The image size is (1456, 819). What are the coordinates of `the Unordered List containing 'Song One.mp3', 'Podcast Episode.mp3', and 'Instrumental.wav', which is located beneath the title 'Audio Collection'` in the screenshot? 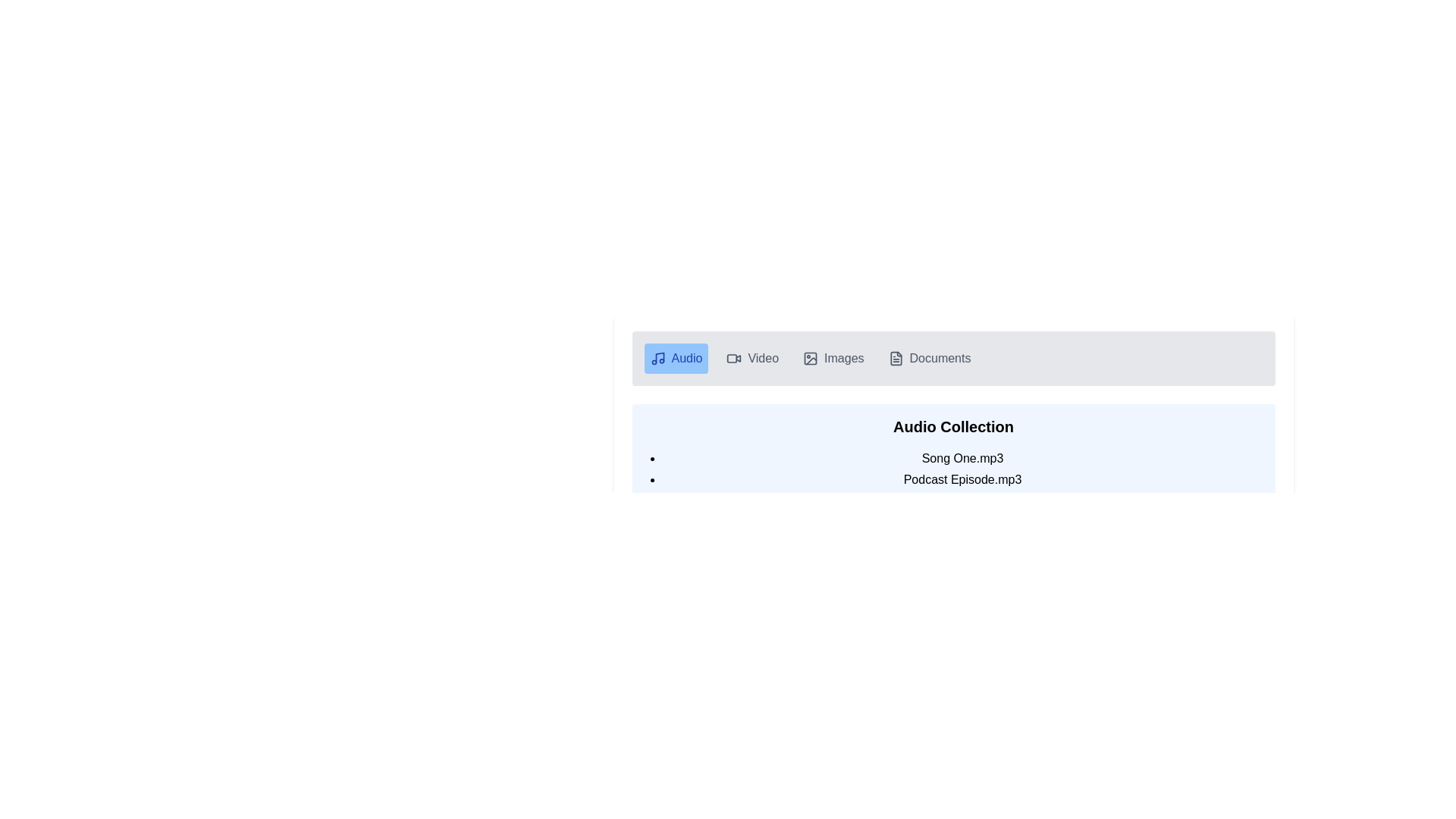 It's located at (952, 479).